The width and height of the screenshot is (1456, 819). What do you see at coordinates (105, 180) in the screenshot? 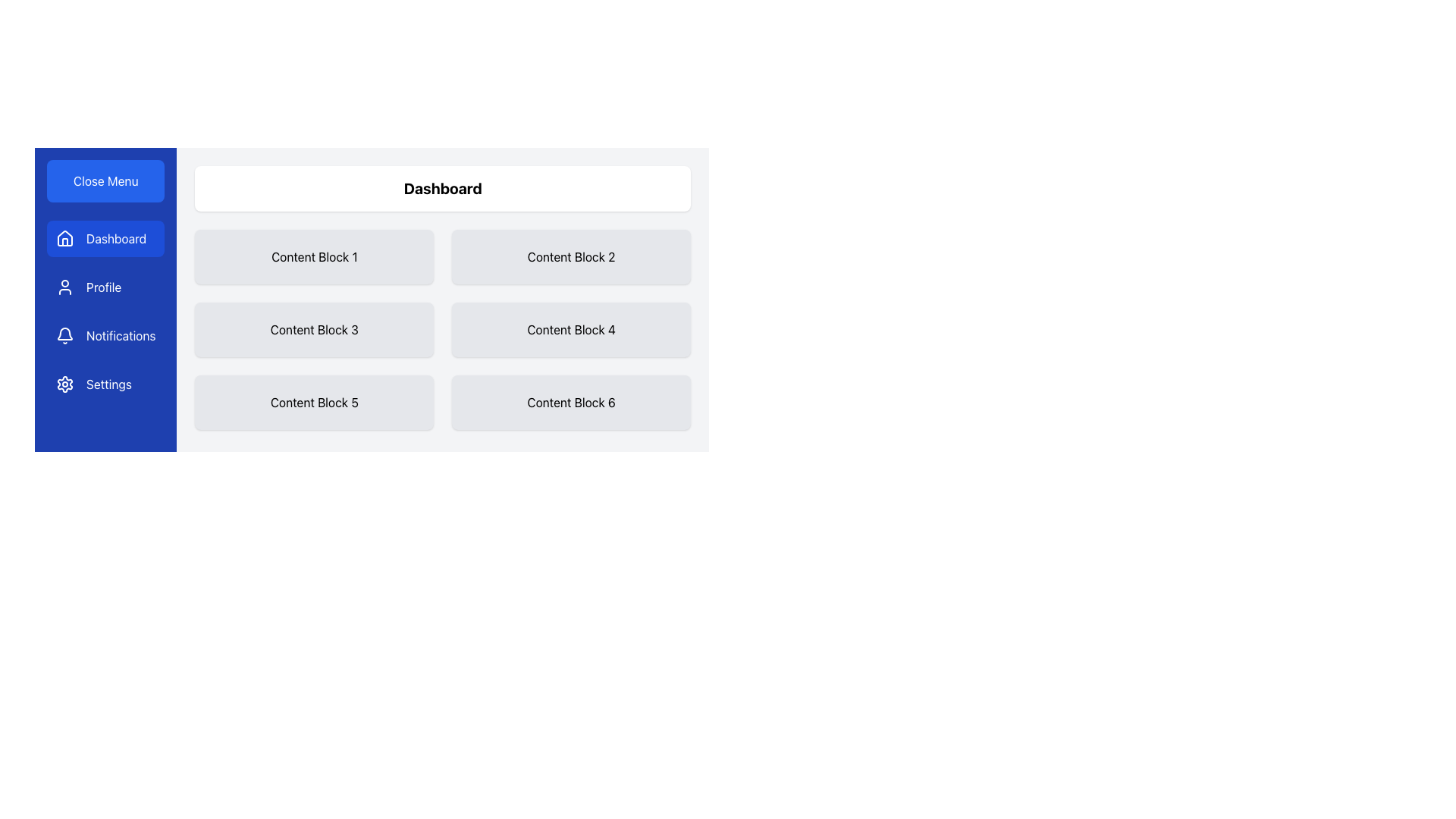
I see `the 'Close Menu' button, which is a rectangular button with white text on a blue background, located at the top of the sidebar` at bounding box center [105, 180].